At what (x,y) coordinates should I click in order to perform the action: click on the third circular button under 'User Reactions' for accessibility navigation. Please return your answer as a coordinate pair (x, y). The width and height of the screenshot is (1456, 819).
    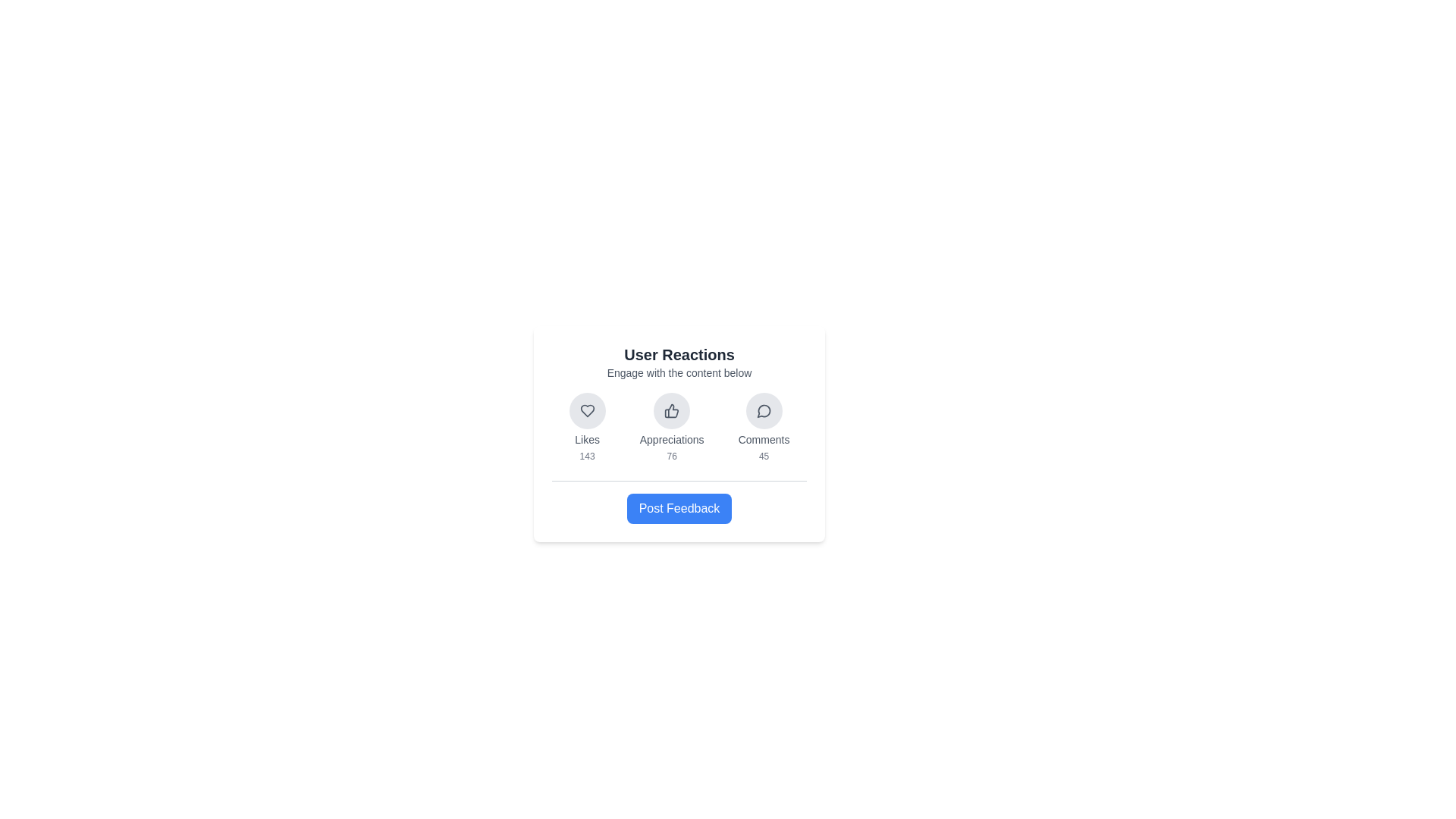
    Looking at the image, I should click on (764, 411).